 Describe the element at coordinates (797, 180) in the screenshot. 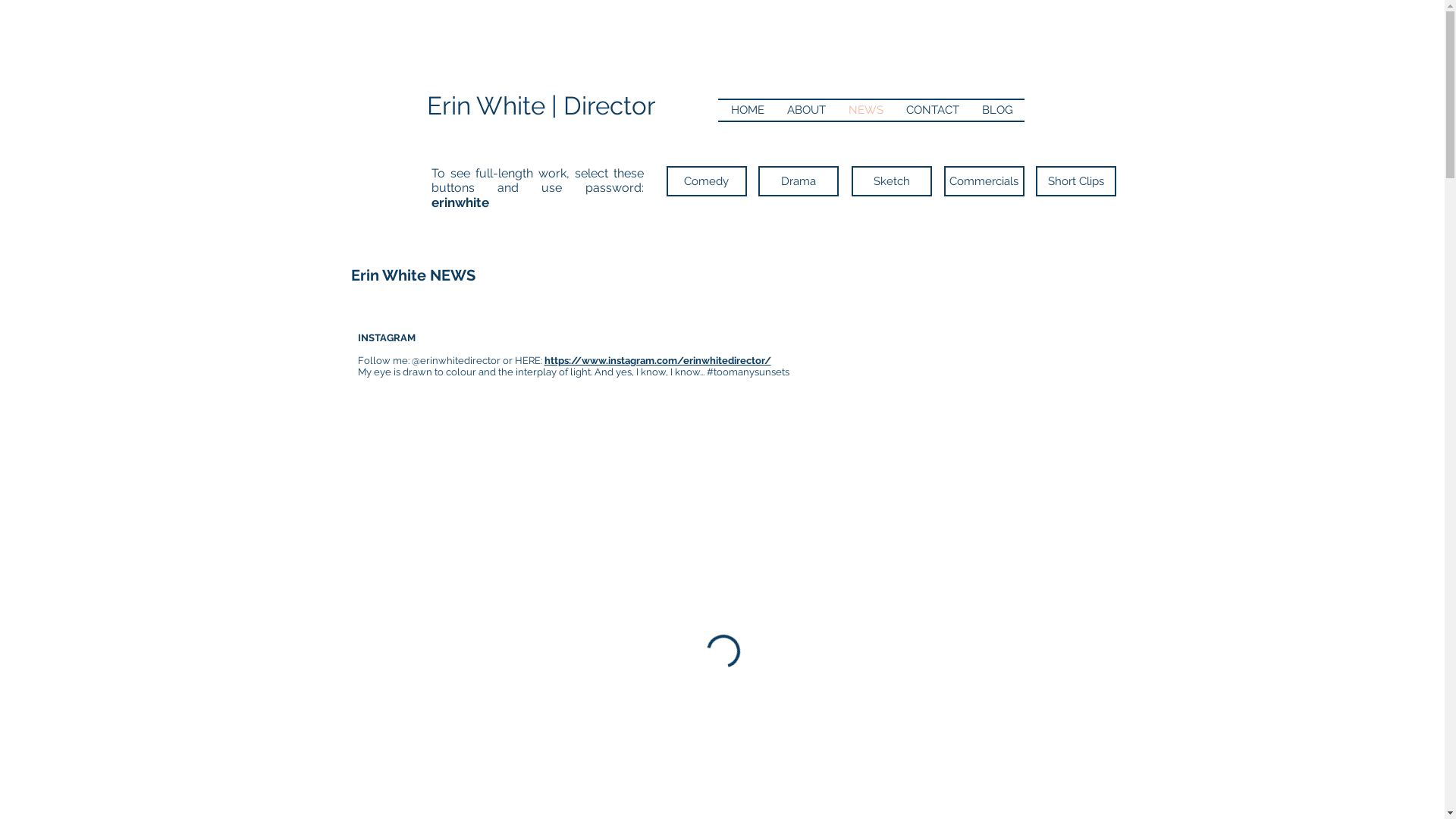

I see `'Drama'` at that location.